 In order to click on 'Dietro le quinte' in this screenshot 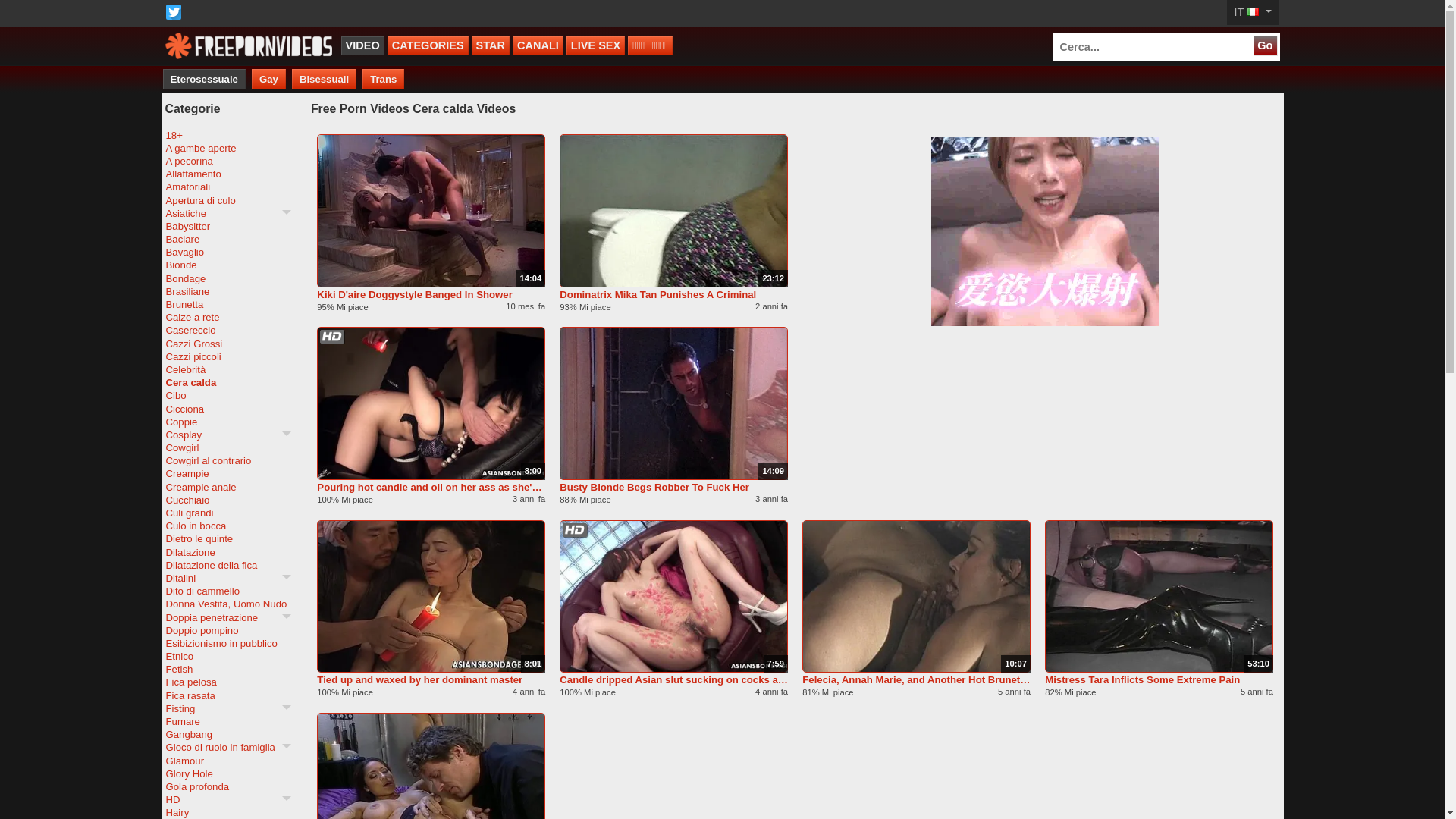, I will do `click(227, 538)`.